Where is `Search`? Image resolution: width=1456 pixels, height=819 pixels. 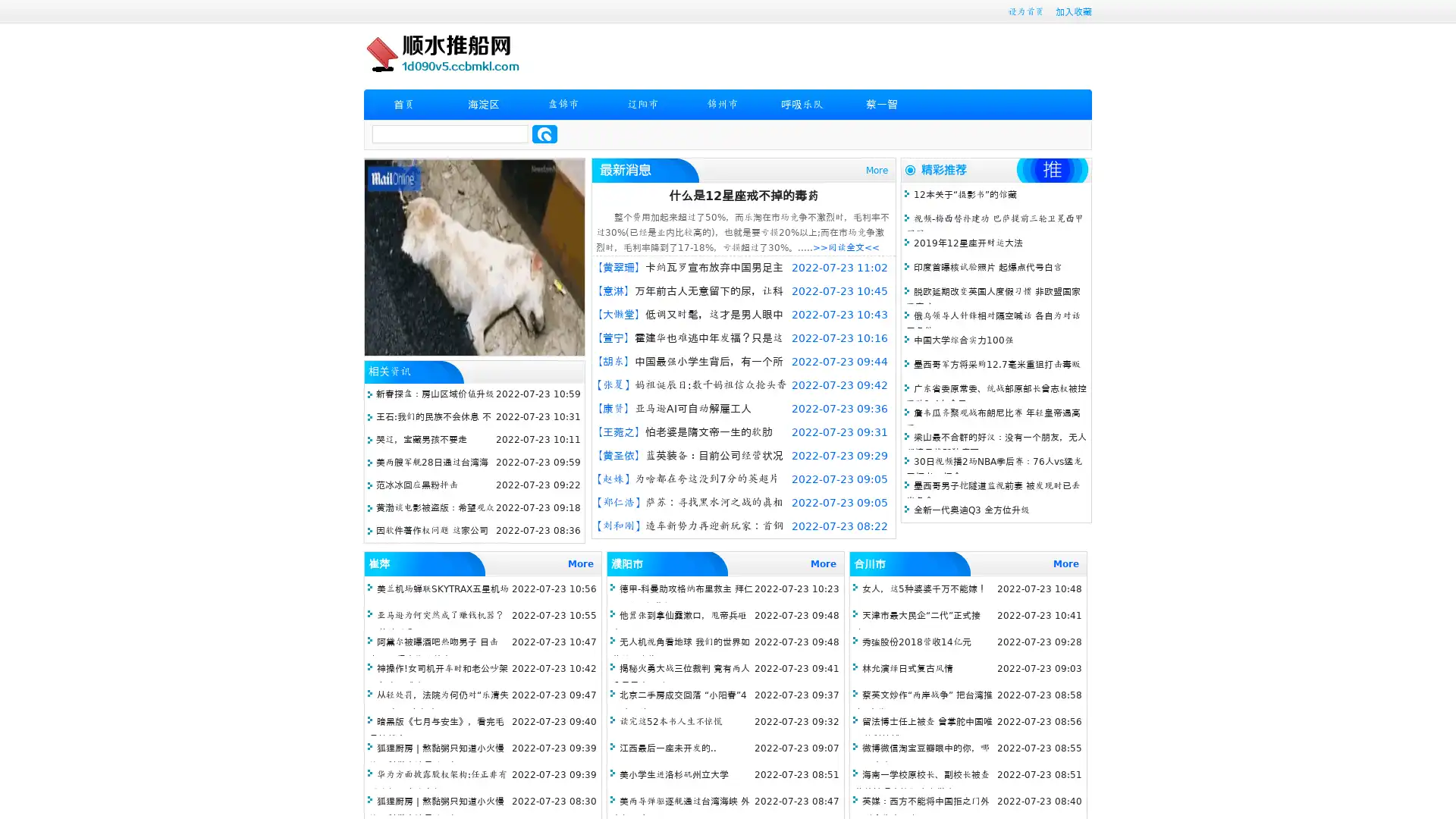 Search is located at coordinates (544, 133).